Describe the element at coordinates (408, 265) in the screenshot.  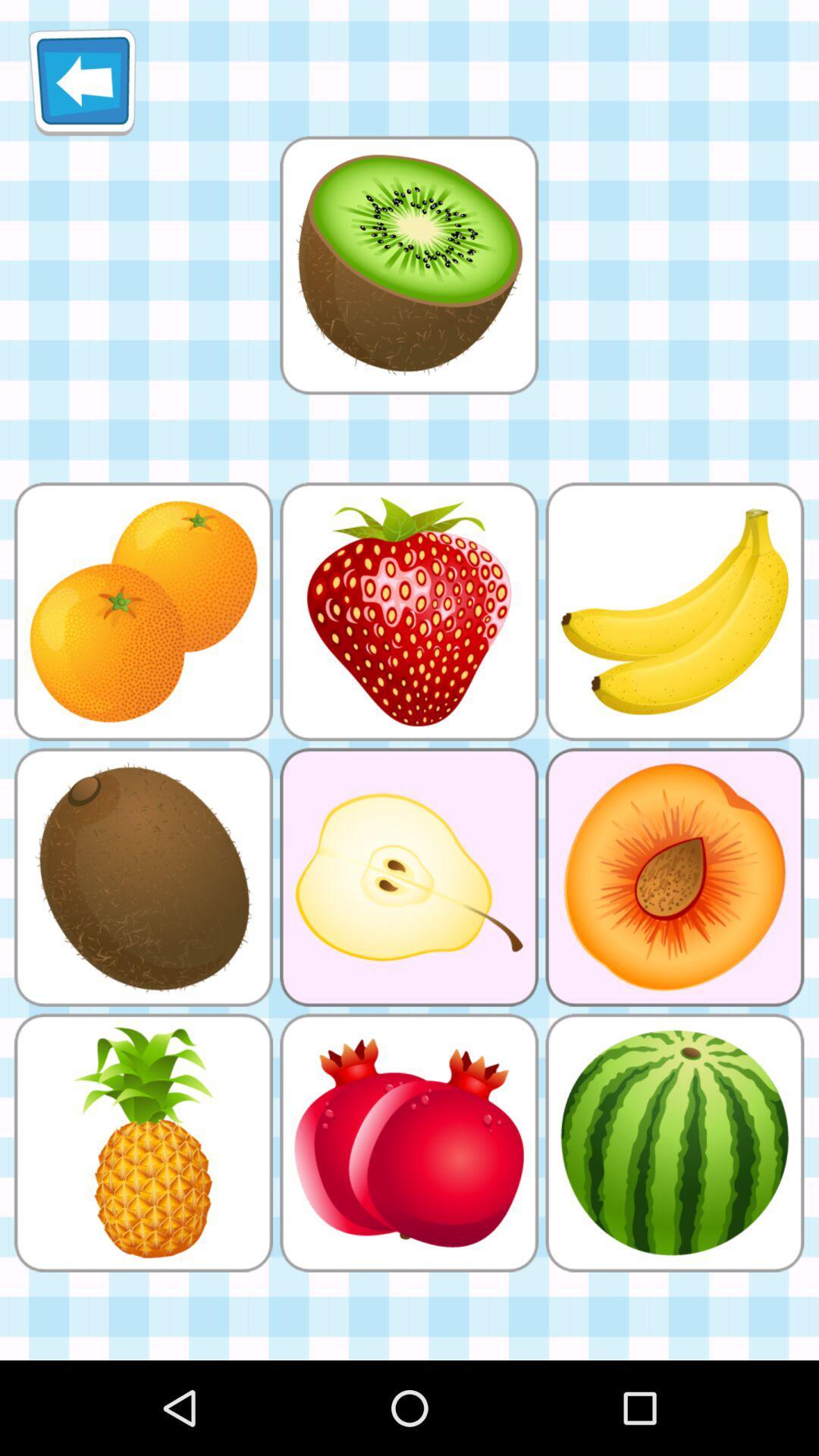
I see `kiwifruit` at that location.